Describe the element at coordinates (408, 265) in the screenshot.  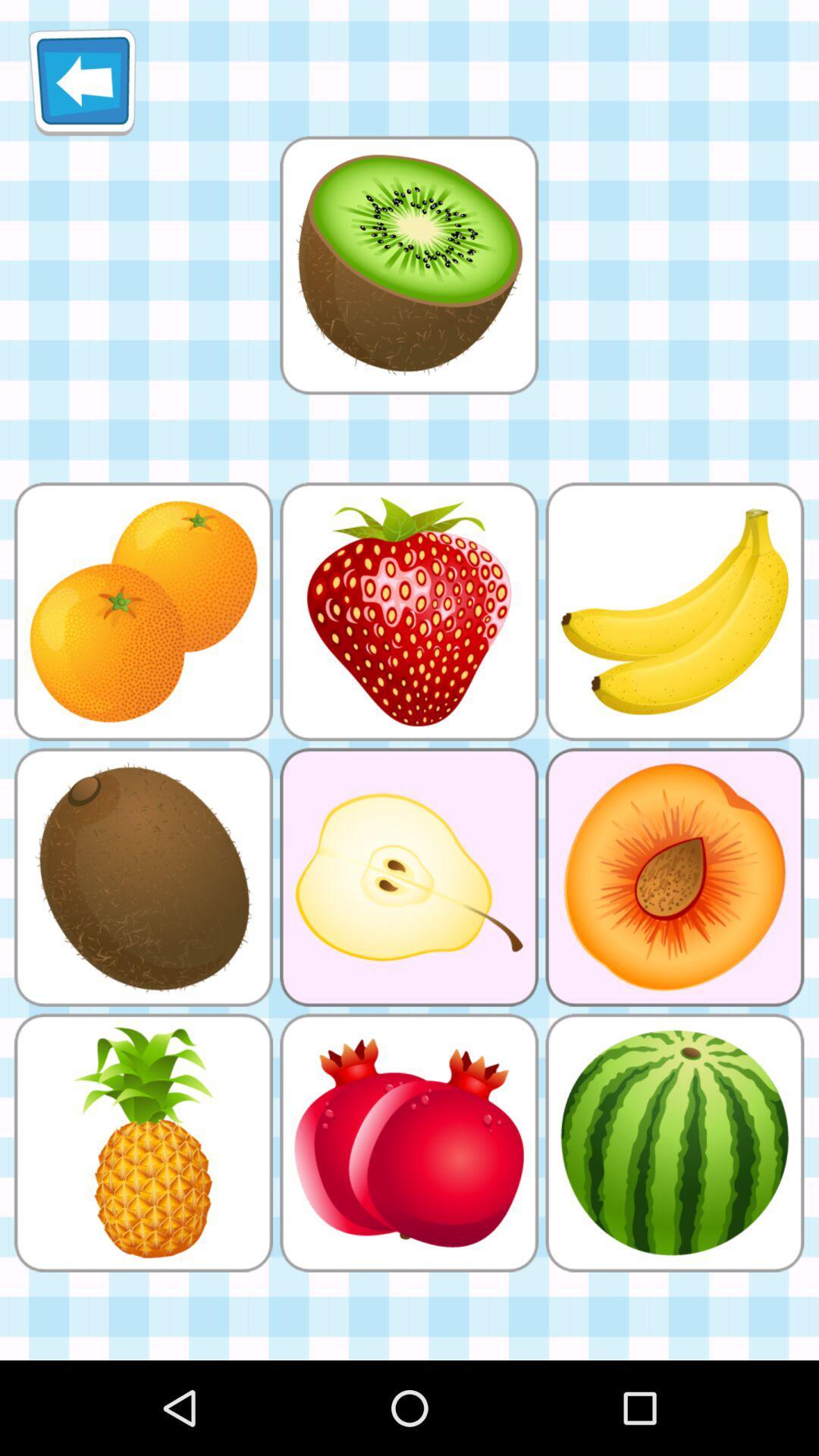
I see `kiwifruit` at that location.